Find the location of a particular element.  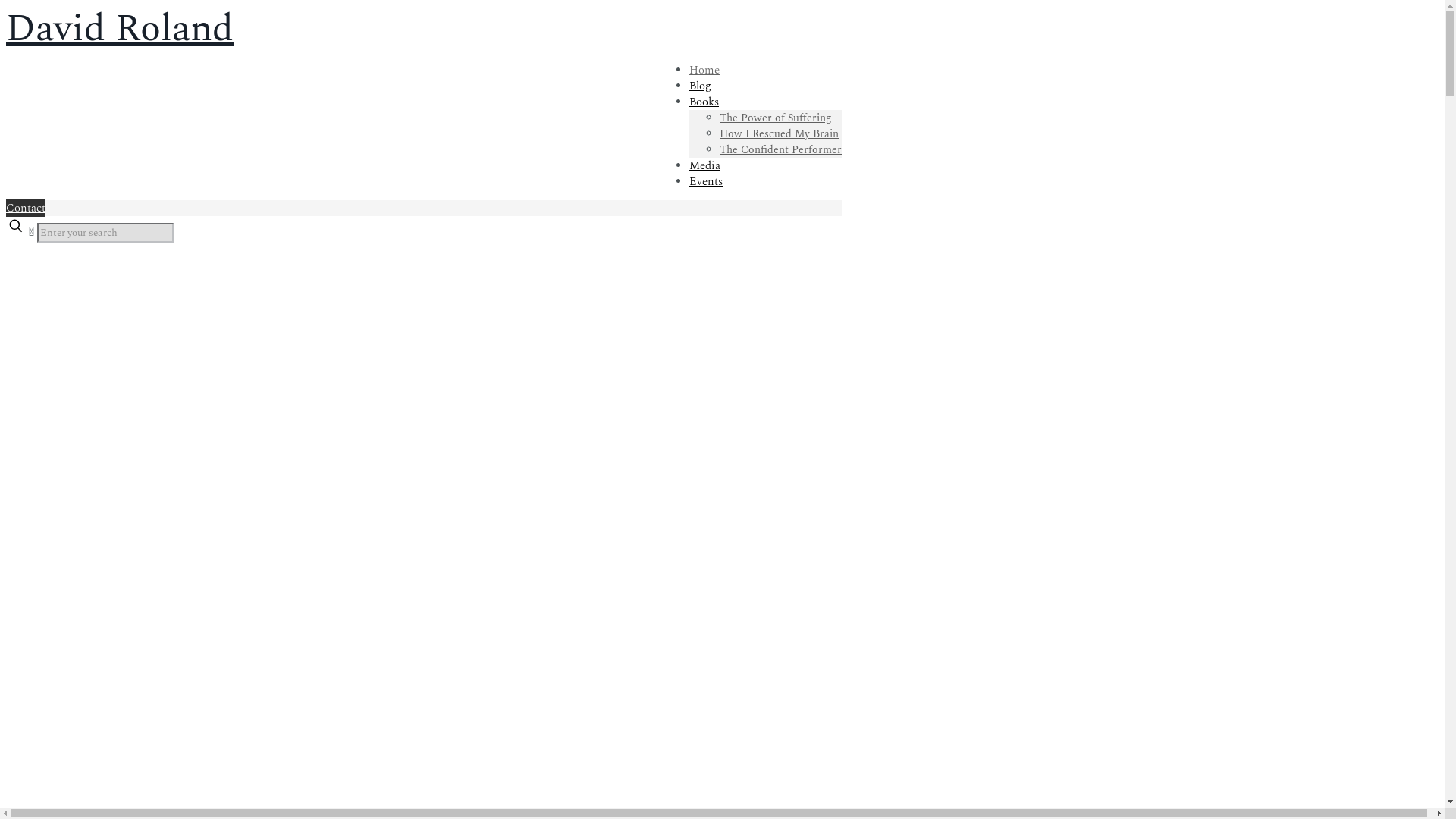

'Home' is located at coordinates (704, 70).